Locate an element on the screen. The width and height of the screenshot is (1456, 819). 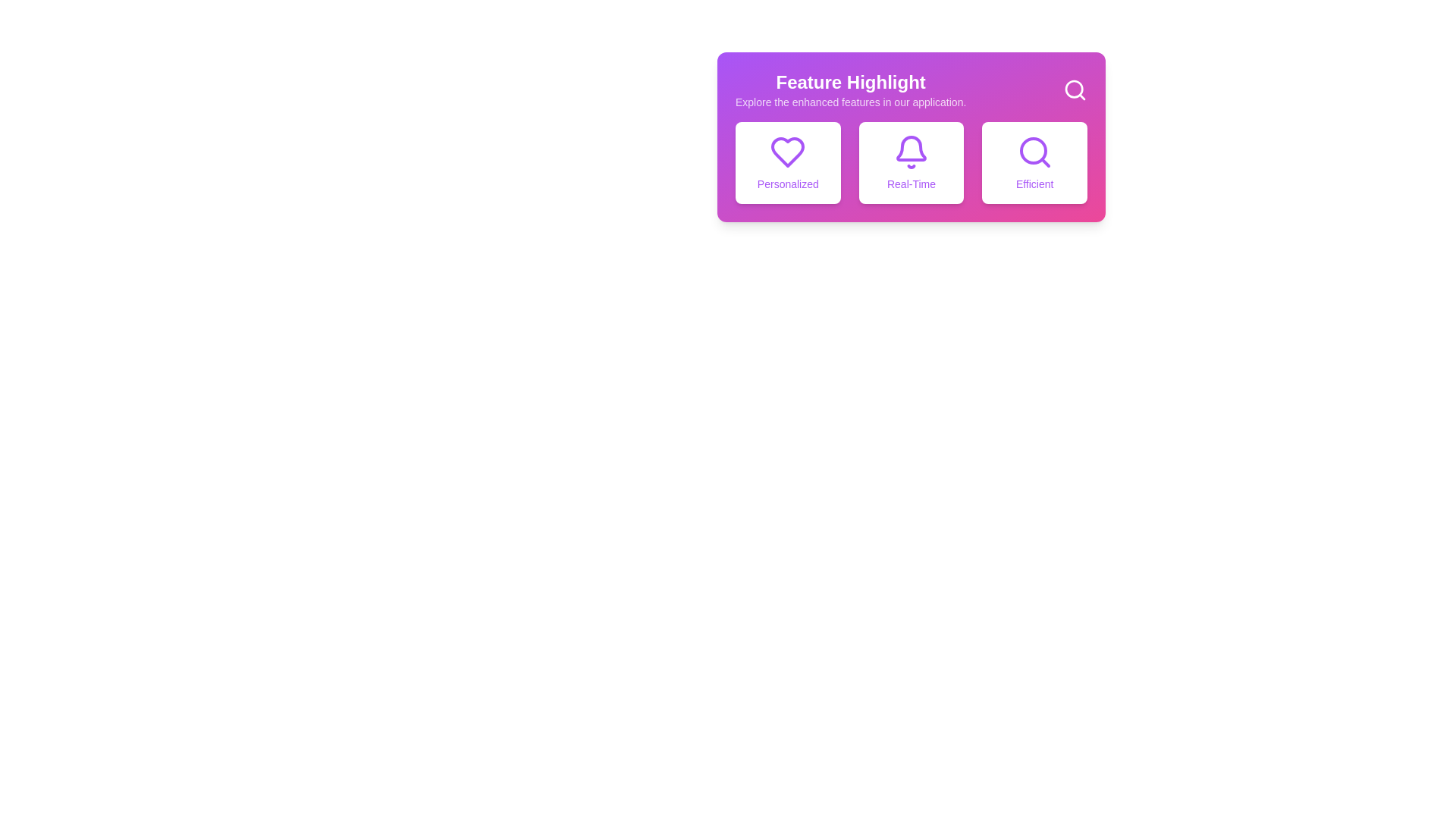
the icons within the Informational card with a gradient style to learn more about the key features it presents, which are located above the feature blocks labeled 'Personalized', 'Real-Time', and 'Efficient' is located at coordinates (910, 137).